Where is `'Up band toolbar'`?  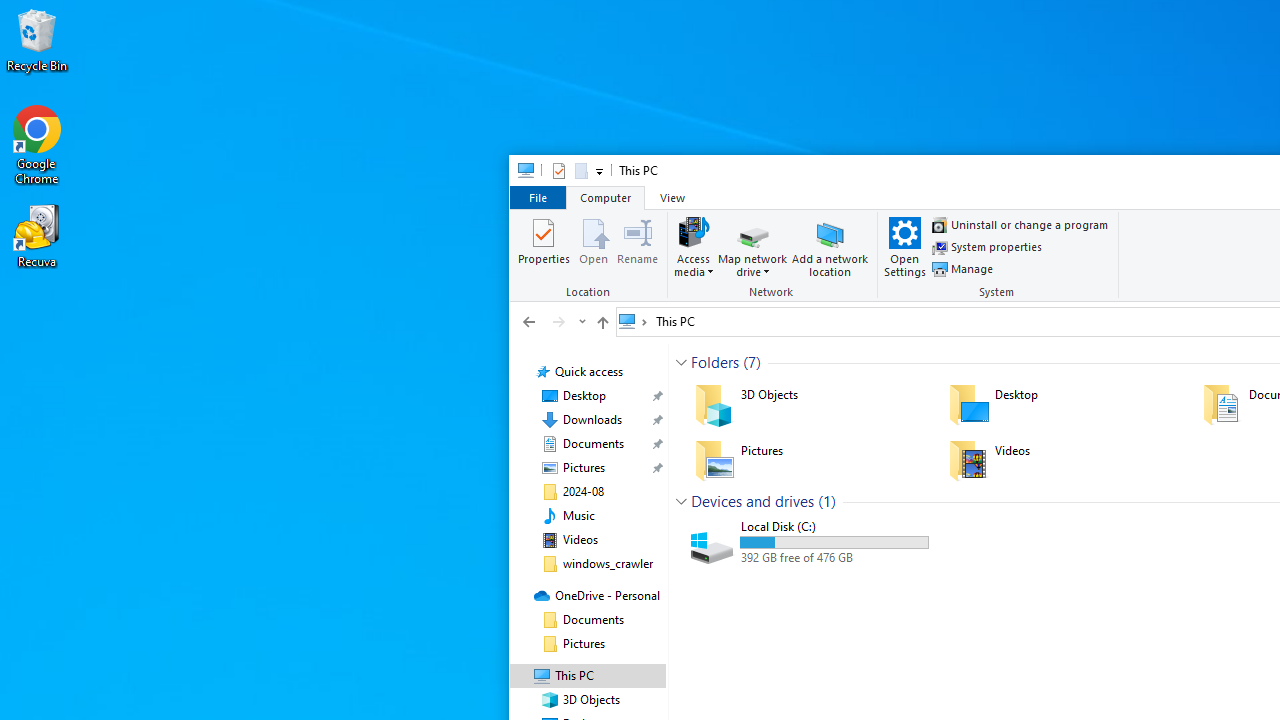
'Up band toolbar' is located at coordinates (601, 324).